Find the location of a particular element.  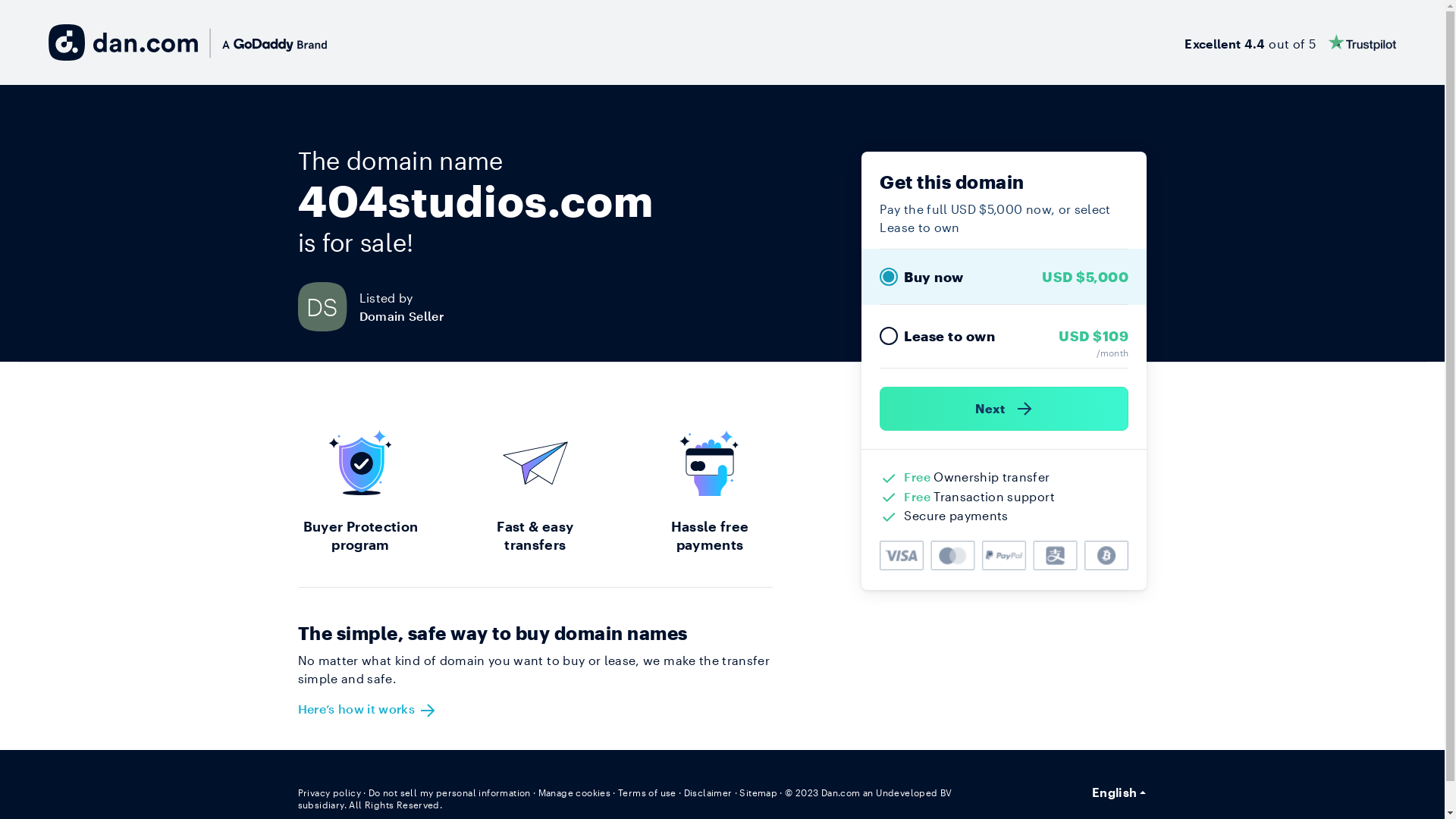

'Disclaimer' is located at coordinates (708, 792).